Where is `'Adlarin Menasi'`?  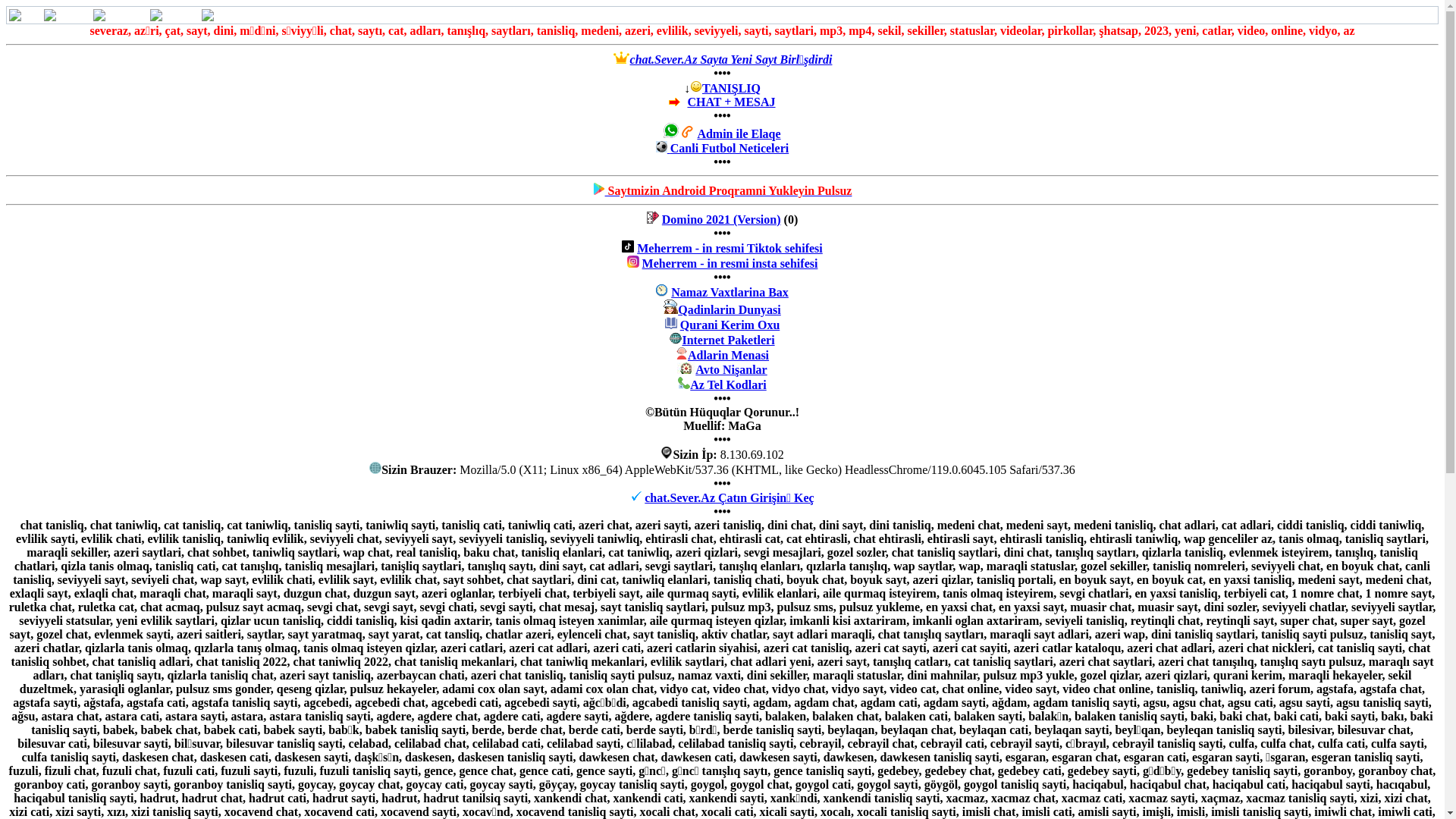
'Adlarin Menasi' is located at coordinates (728, 355).